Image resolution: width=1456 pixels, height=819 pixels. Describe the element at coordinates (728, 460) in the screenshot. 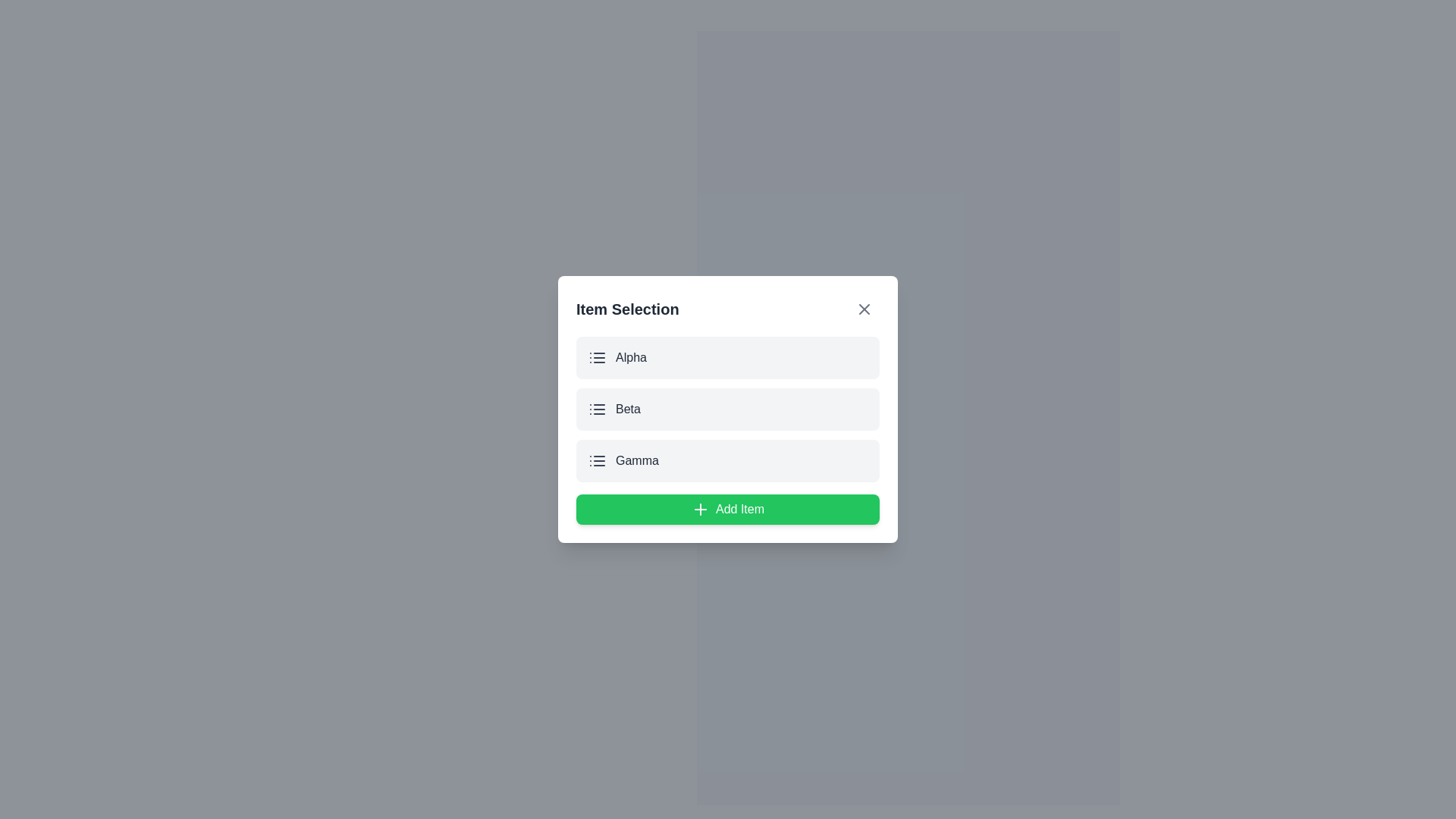

I see `the list item Gamma` at that location.